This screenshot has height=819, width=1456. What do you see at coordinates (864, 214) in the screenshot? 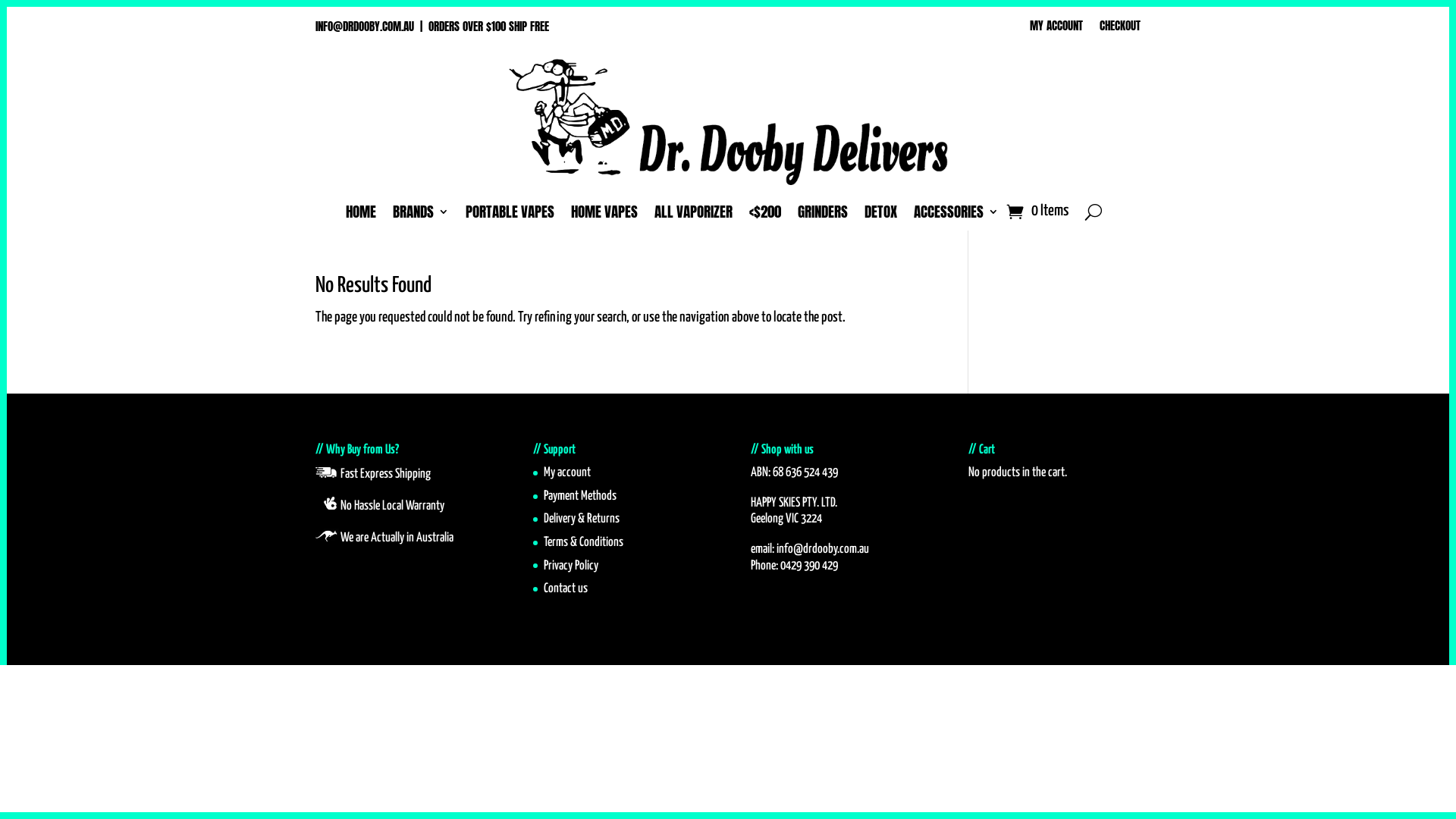
I see `'DETOX'` at bounding box center [864, 214].